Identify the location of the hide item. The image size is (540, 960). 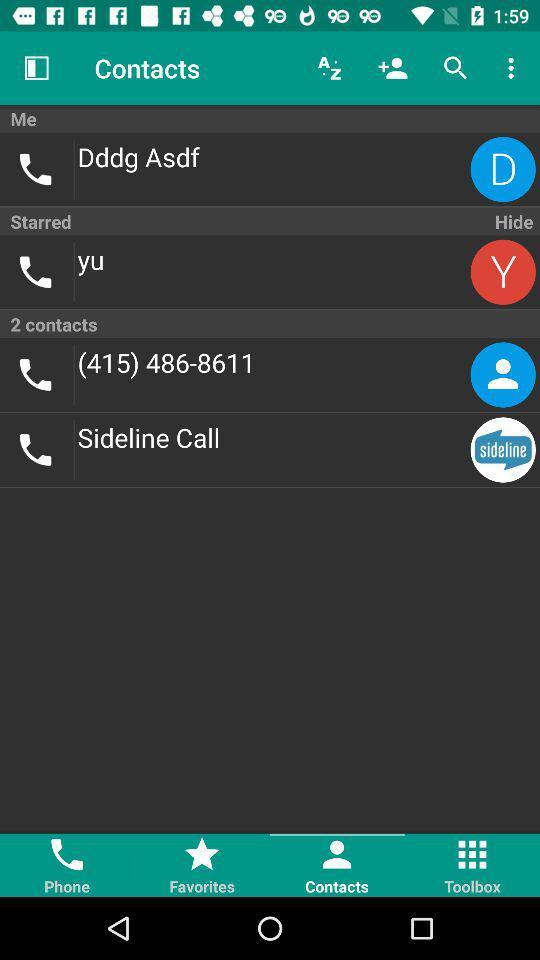
(512, 221).